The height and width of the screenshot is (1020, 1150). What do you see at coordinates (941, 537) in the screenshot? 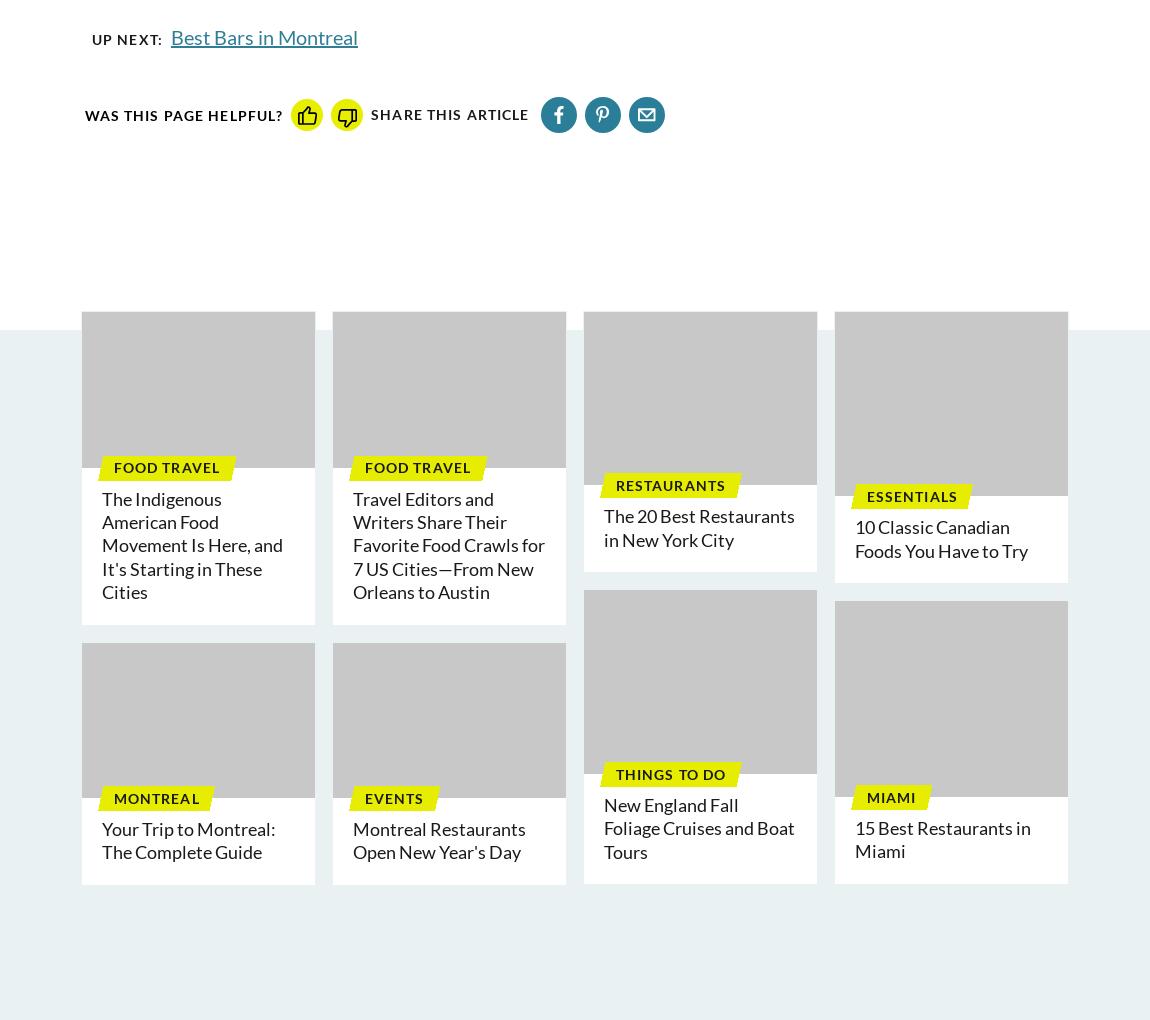
I see `'10 Classic Canadian Foods You Have to Try'` at bounding box center [941, 537].